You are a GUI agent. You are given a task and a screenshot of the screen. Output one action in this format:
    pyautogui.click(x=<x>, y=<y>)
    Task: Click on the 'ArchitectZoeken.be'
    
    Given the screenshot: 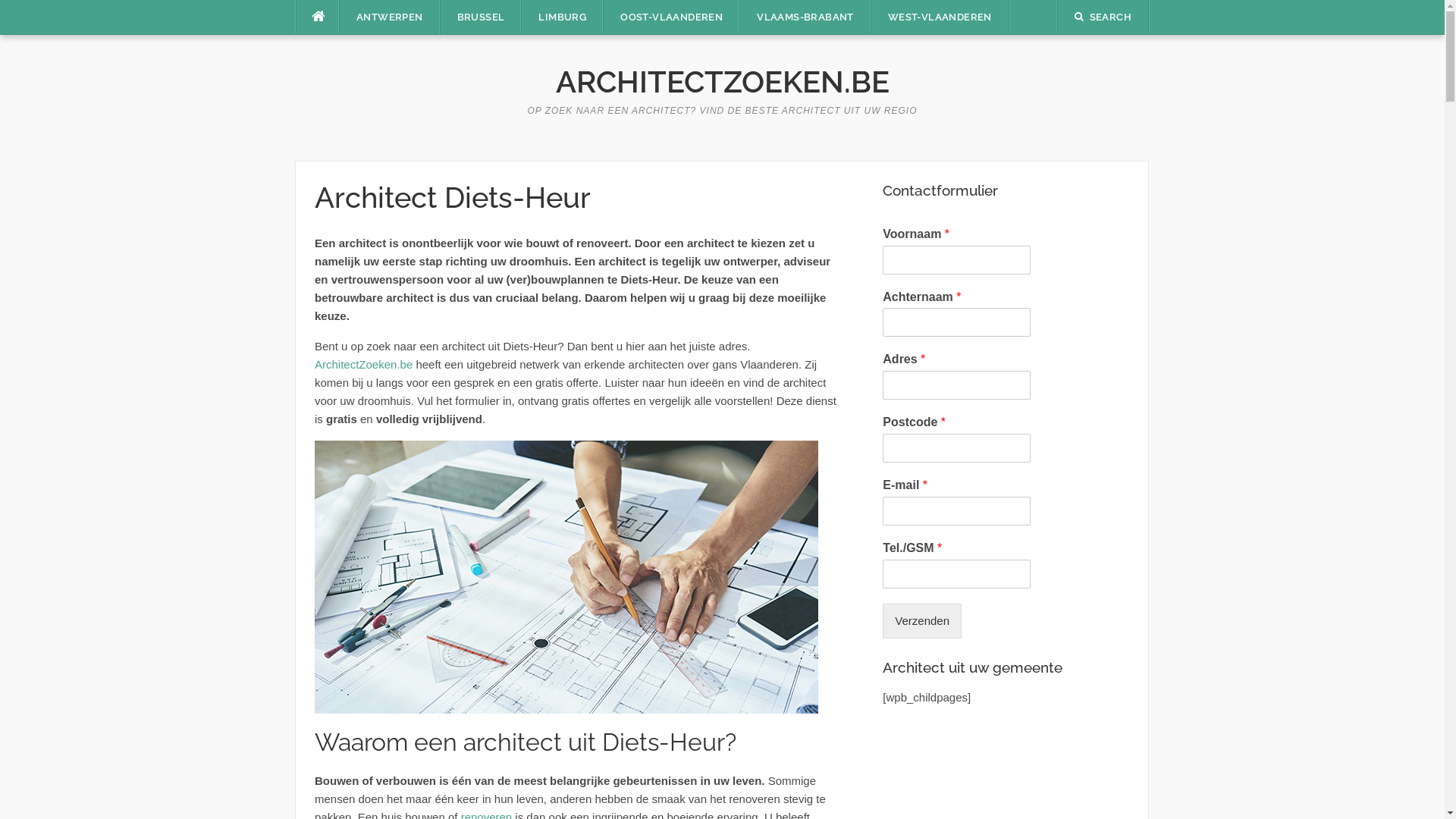 What is the action you would take?
    pyautogui.click(x=362, y=364)
    